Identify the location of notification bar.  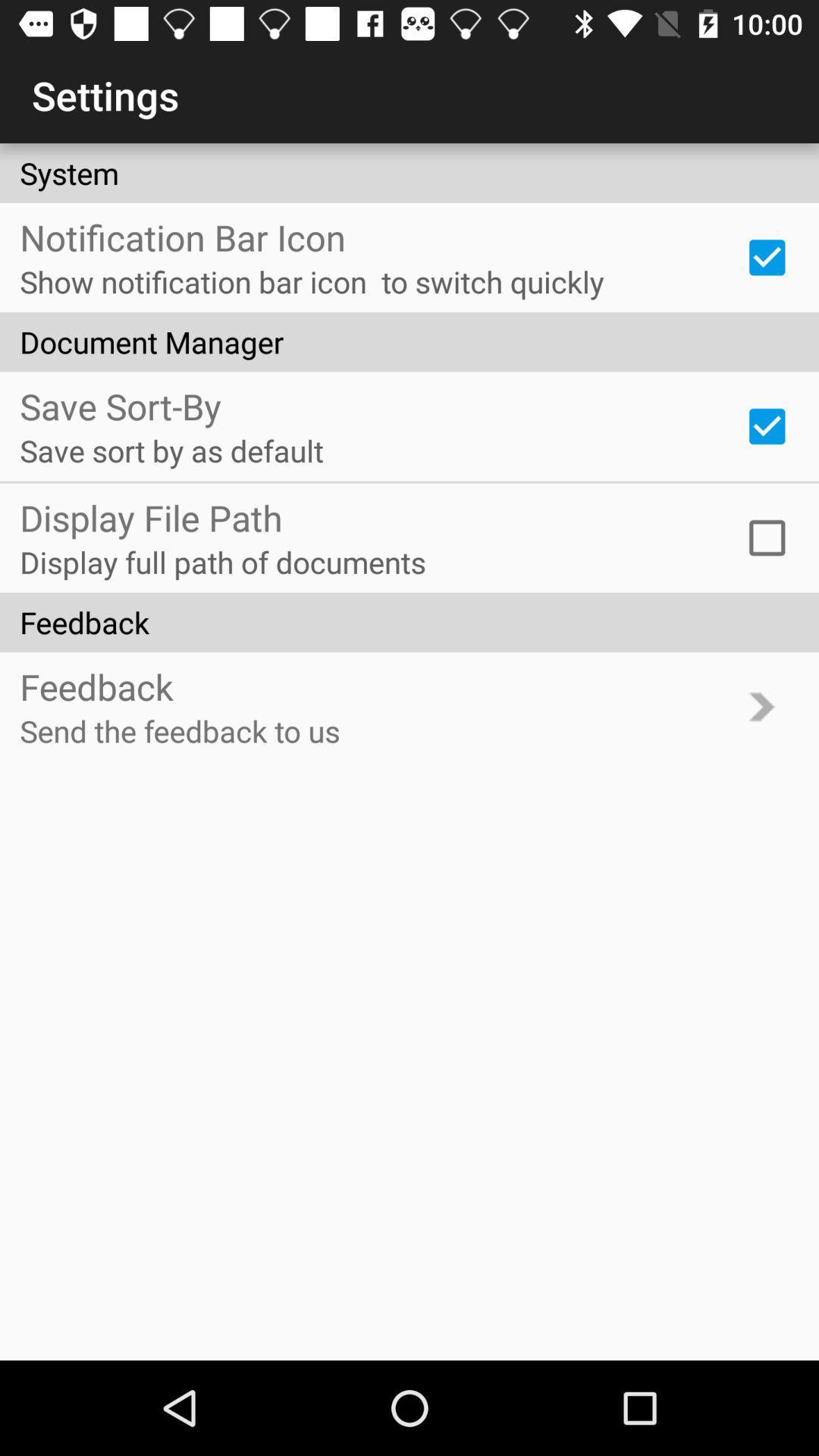
(767, 257).